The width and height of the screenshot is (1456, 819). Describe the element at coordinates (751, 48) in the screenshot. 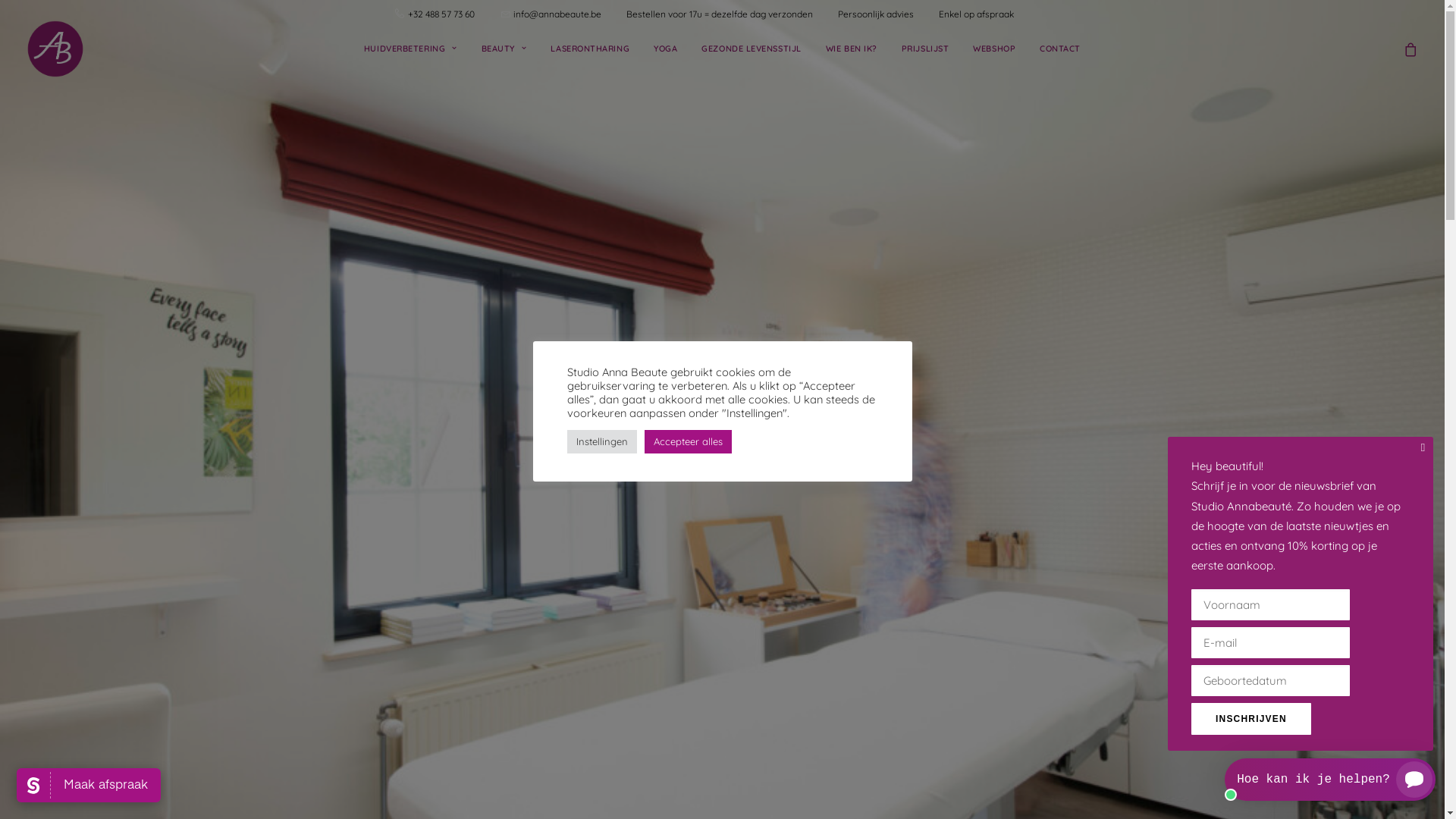

I see `'GEZONDE LEVENSSTIJL'` at that location.